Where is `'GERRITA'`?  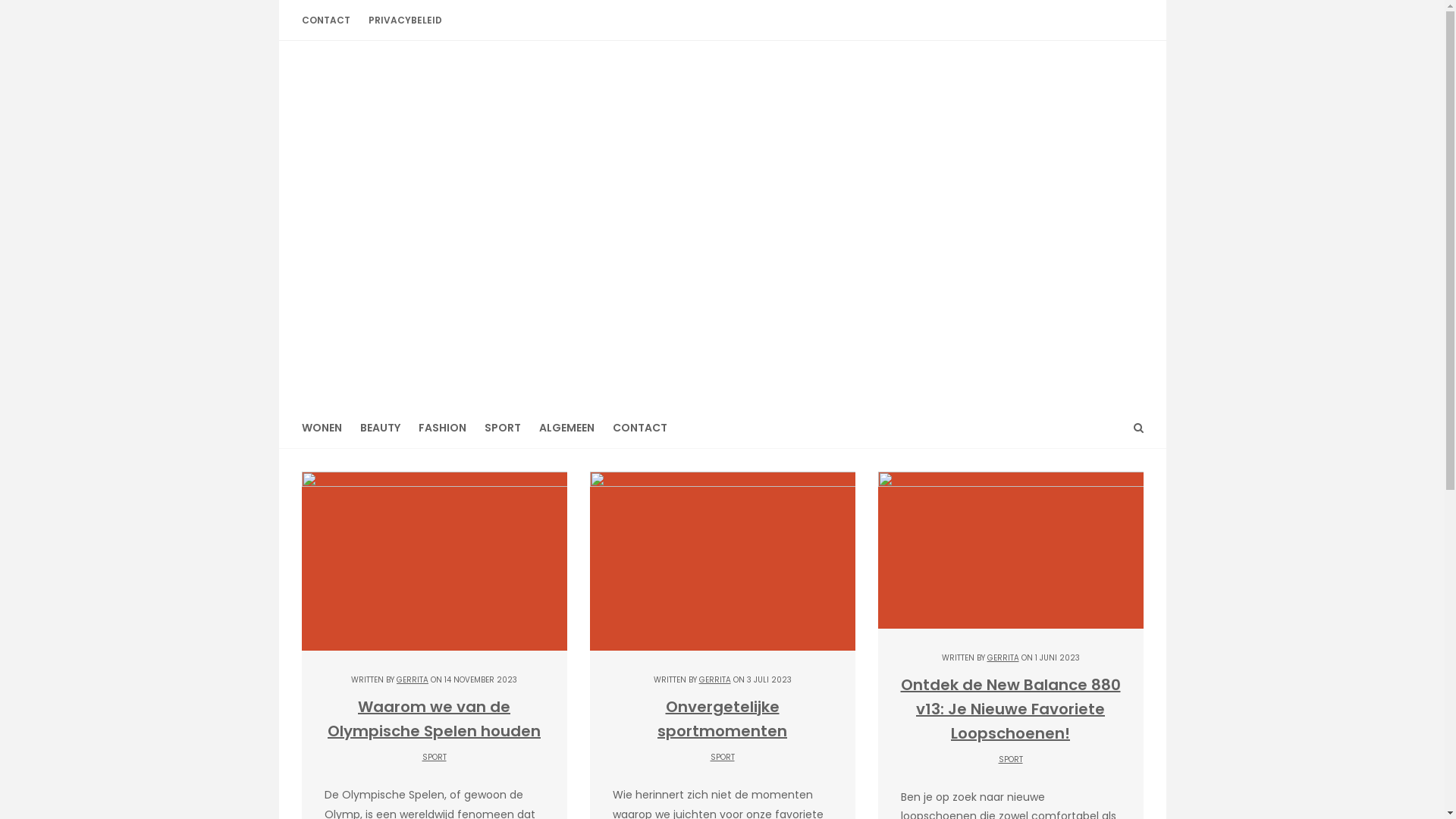
'GERRITA' is located at coordinates (714, 679).